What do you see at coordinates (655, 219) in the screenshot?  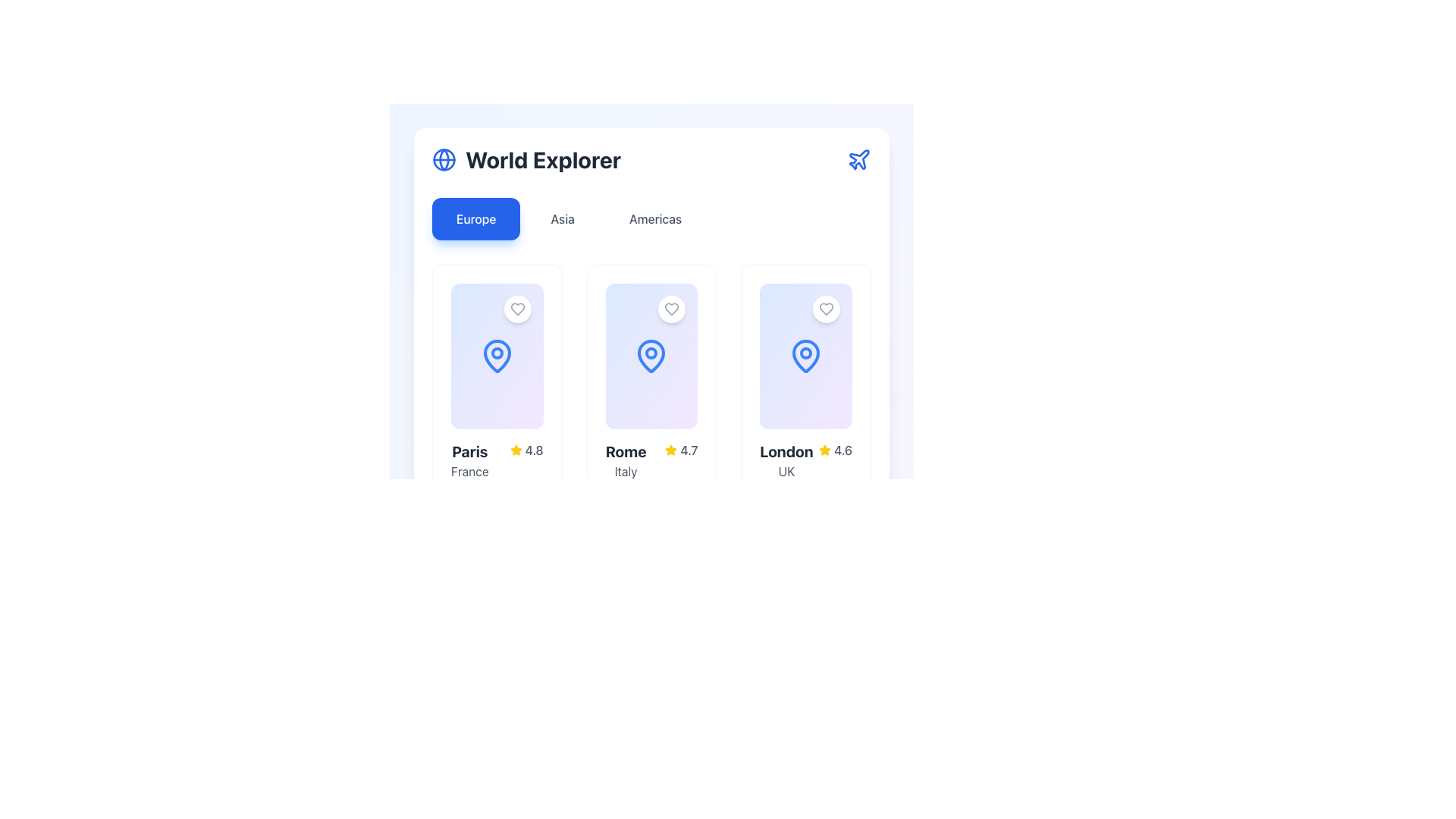 I see `the 'Americas' button, the third button in the horizontal stack of buttons for filtering content in the 'World Explorer' interface` at bounding box center [655, 219].